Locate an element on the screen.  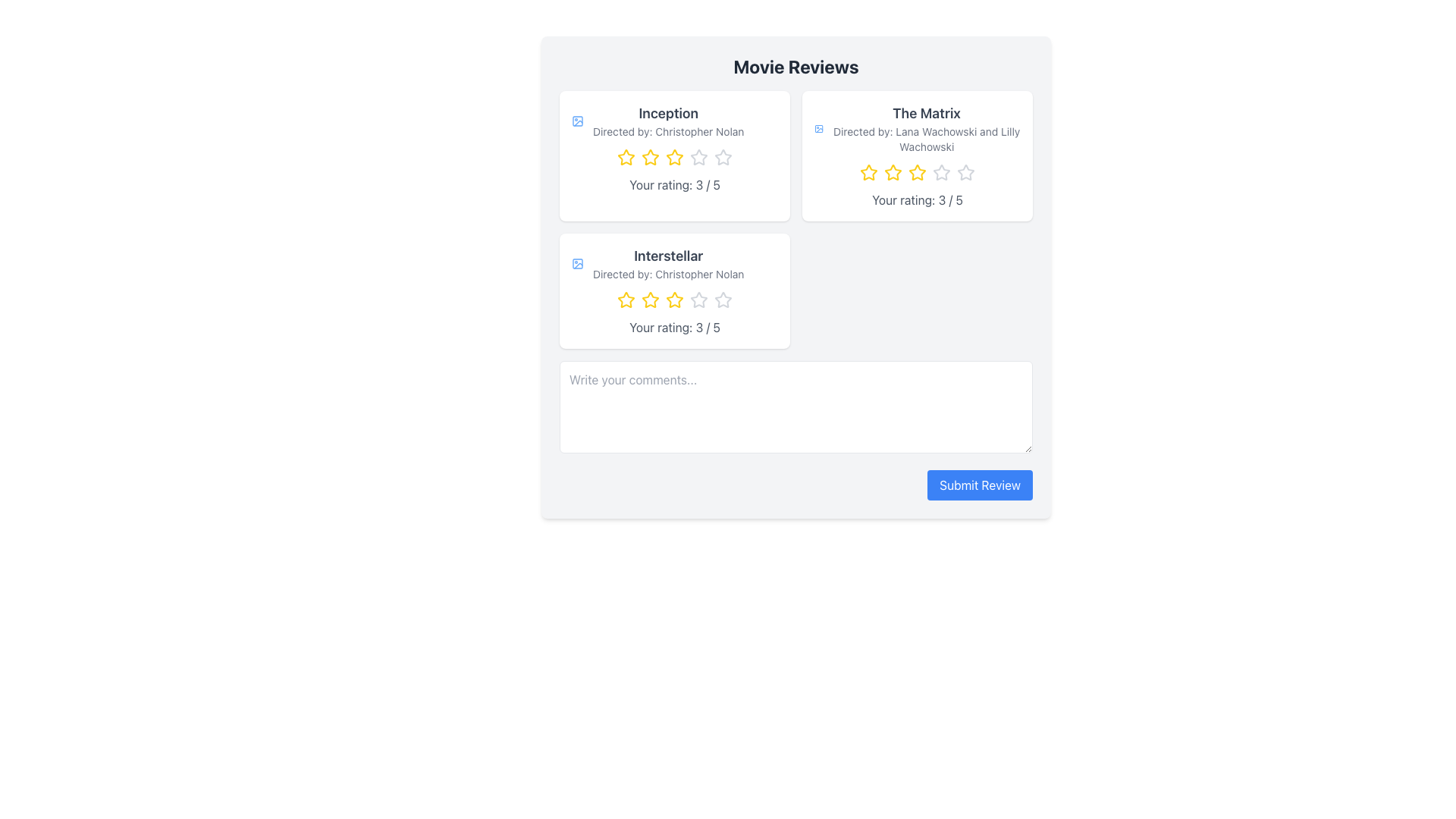
the text block that serves as a descriptive label for the associated movie card, displaying the movie title and director's name, located in the middle card of a three-column layout is located at coordinates (673, 262).